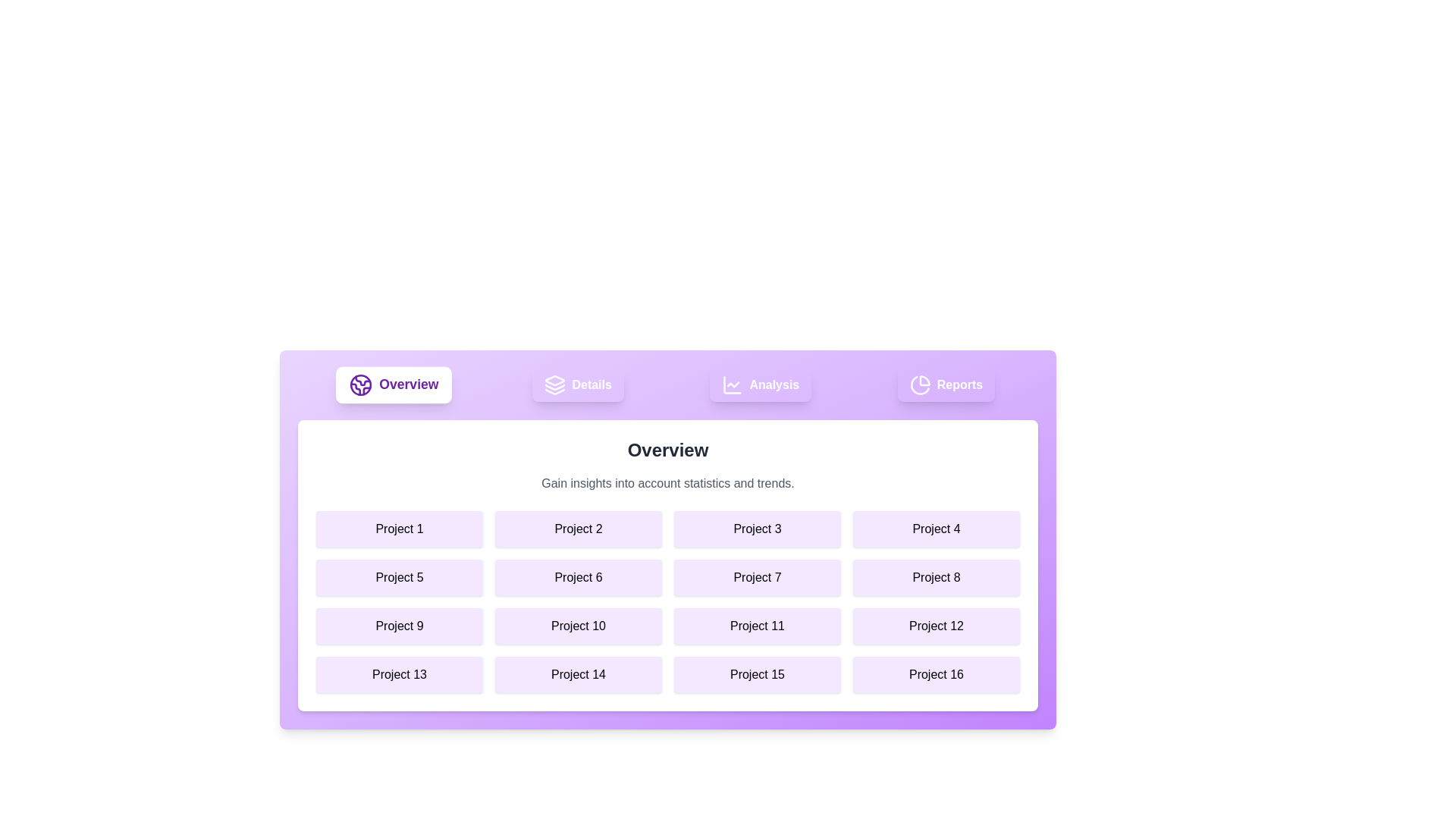 The image size is (1456, 819). I want to click on the element labeled Overview, so click(394, 384).